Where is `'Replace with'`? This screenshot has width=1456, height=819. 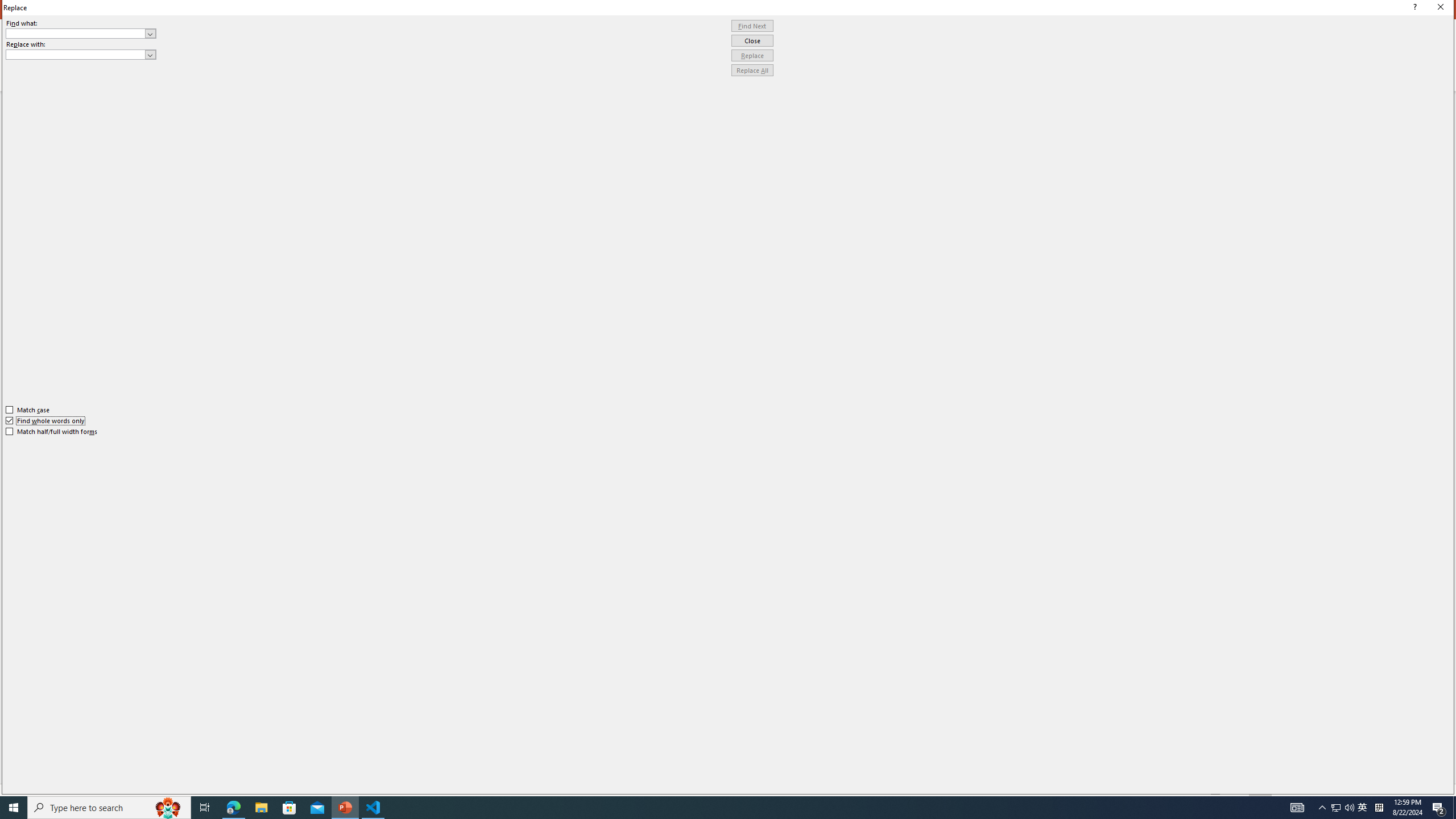 'Replace with' is located at coordinates (81, 54).